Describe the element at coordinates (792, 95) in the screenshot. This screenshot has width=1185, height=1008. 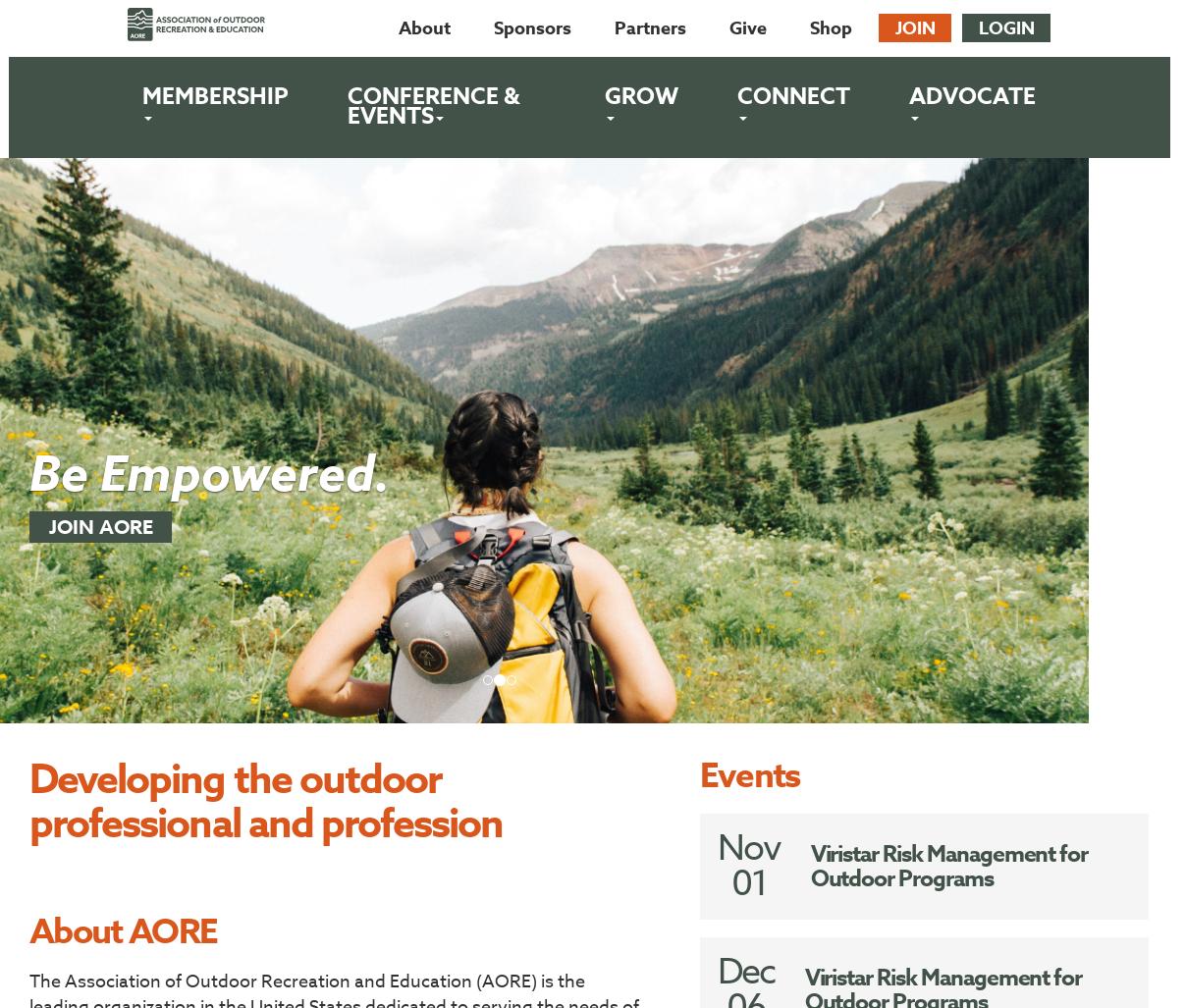
I see `'Connect'` at that location.